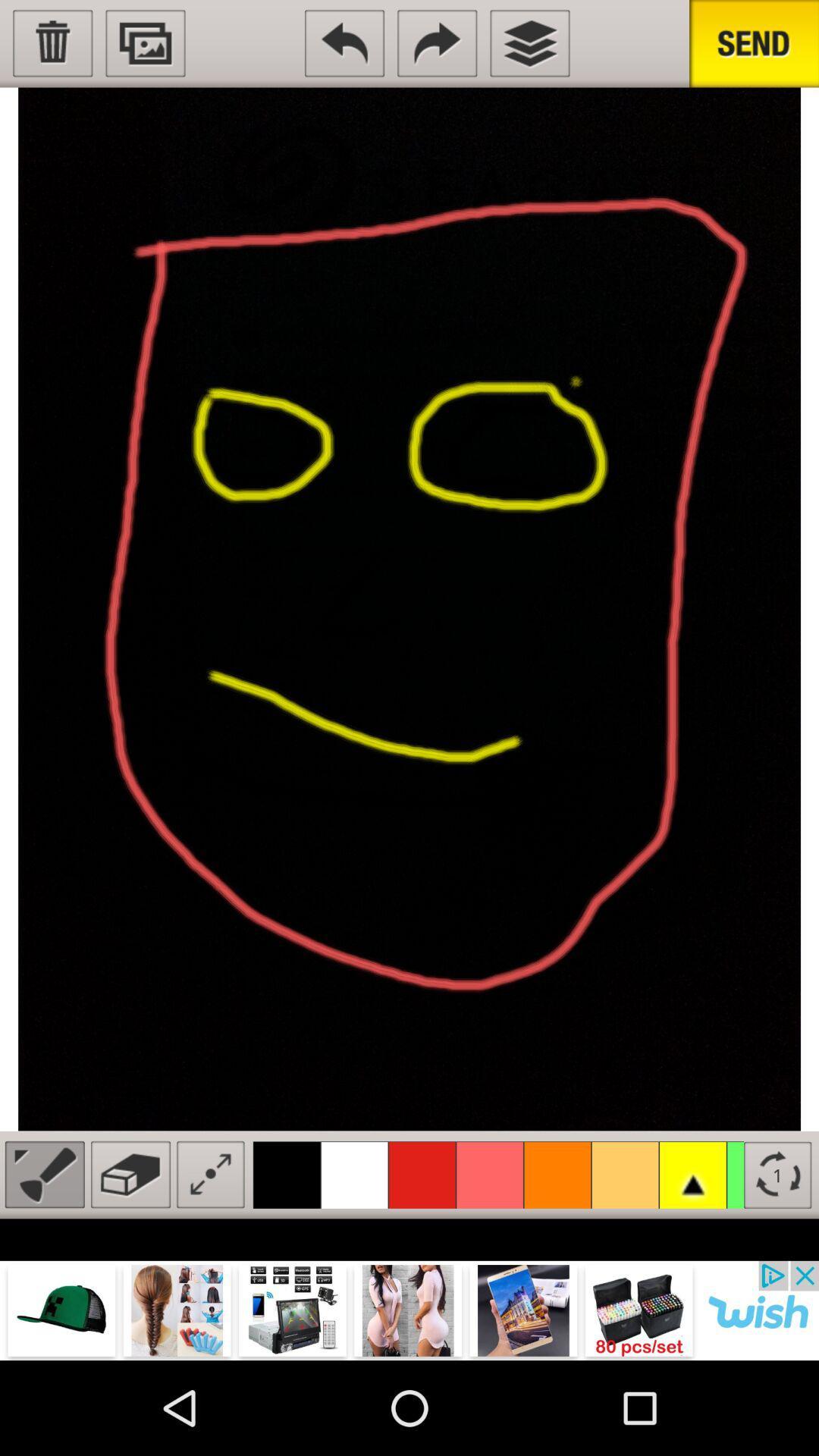  What do you see at coordinates (529, 43) in the screenshot?
I see `layers` at bounding box center [529, 43].